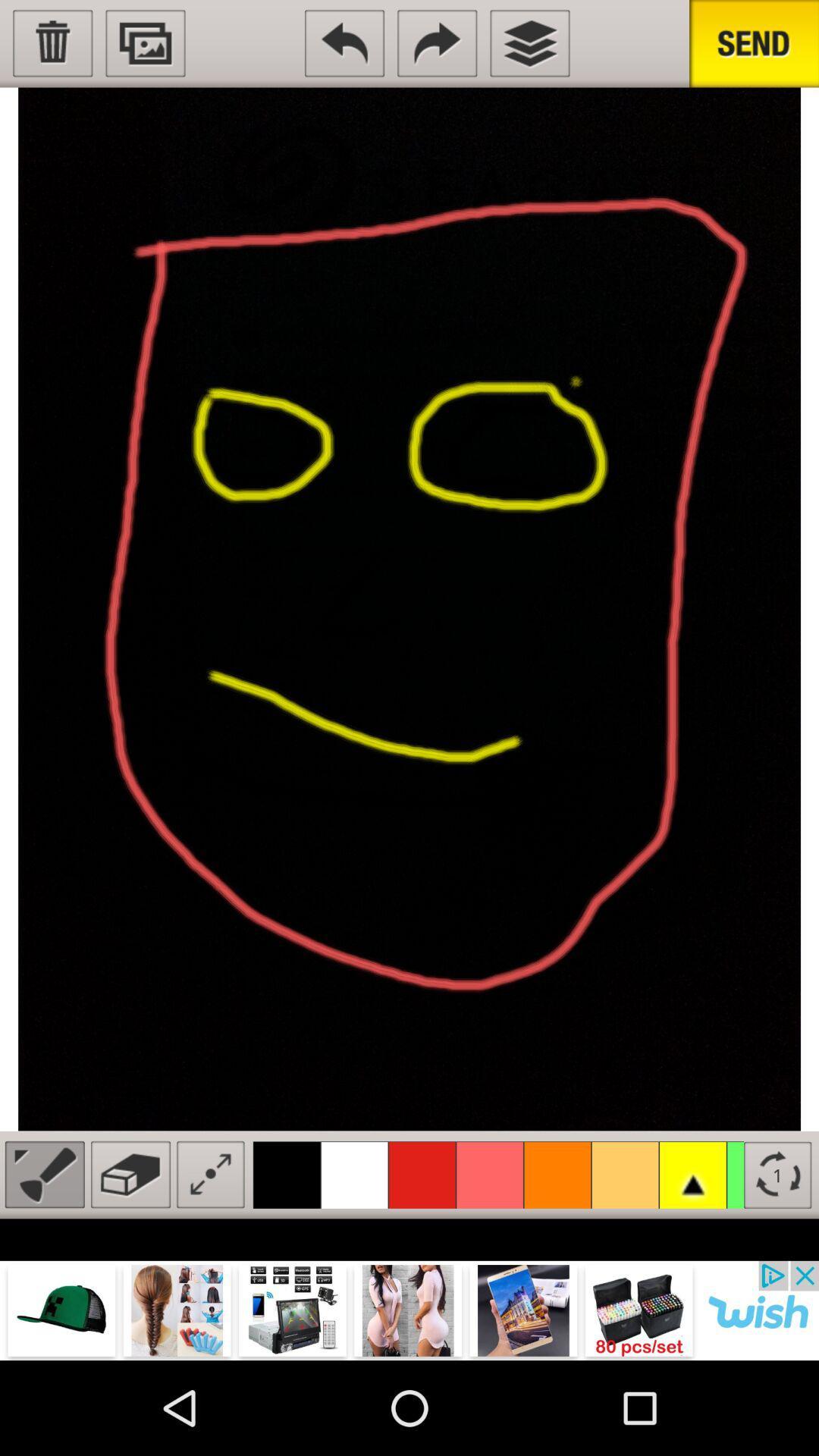  What do you see at coordinates (529, 43) in the screenshot?
I see `layers` at bounding box center [529, 43].